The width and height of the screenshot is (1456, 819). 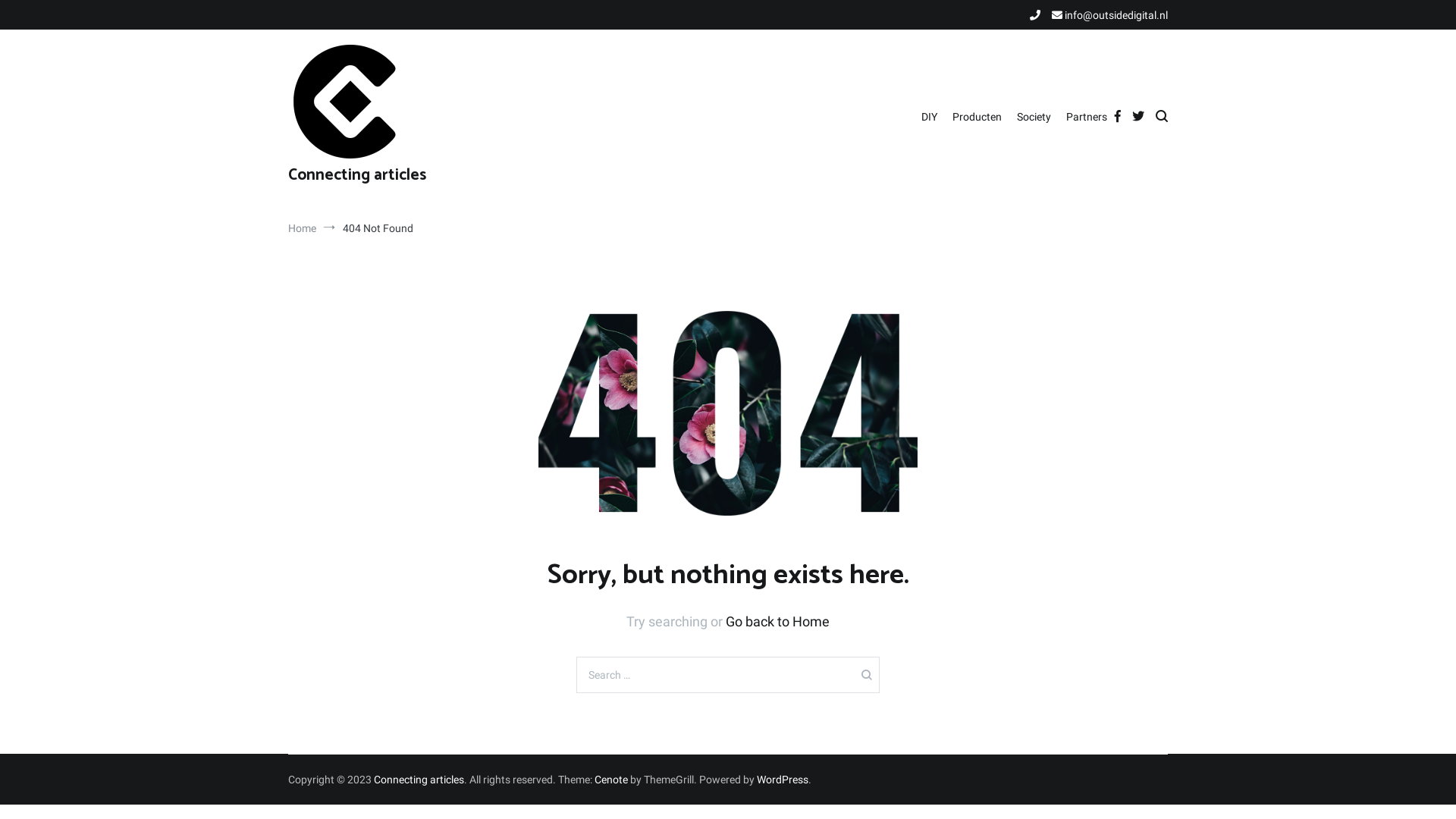 I want to click on 'Home', so click(x=302, y=227).